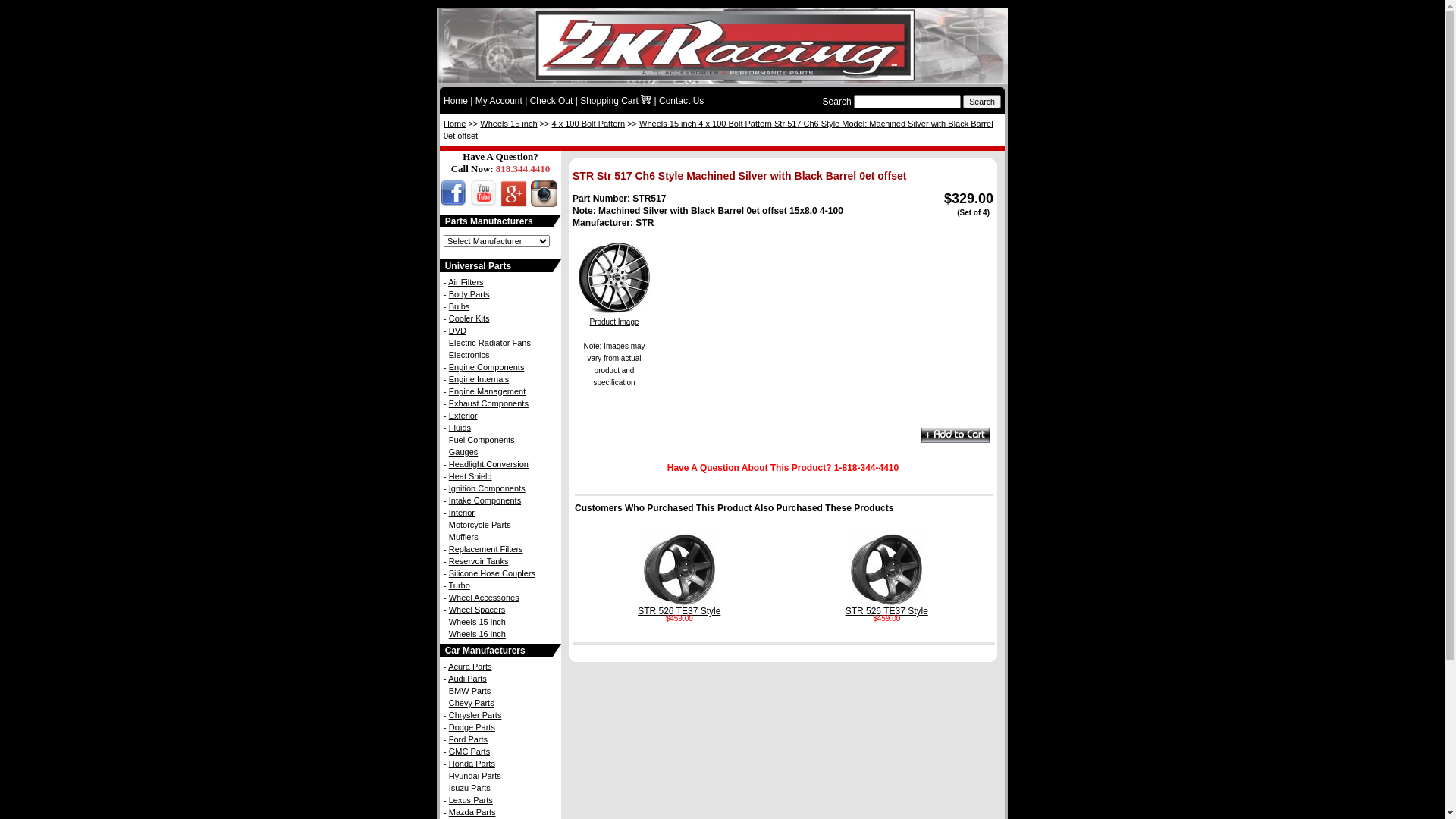 The image size is (1456, 819). I want to click on 'Wheel Accessories', so click(483, 596).